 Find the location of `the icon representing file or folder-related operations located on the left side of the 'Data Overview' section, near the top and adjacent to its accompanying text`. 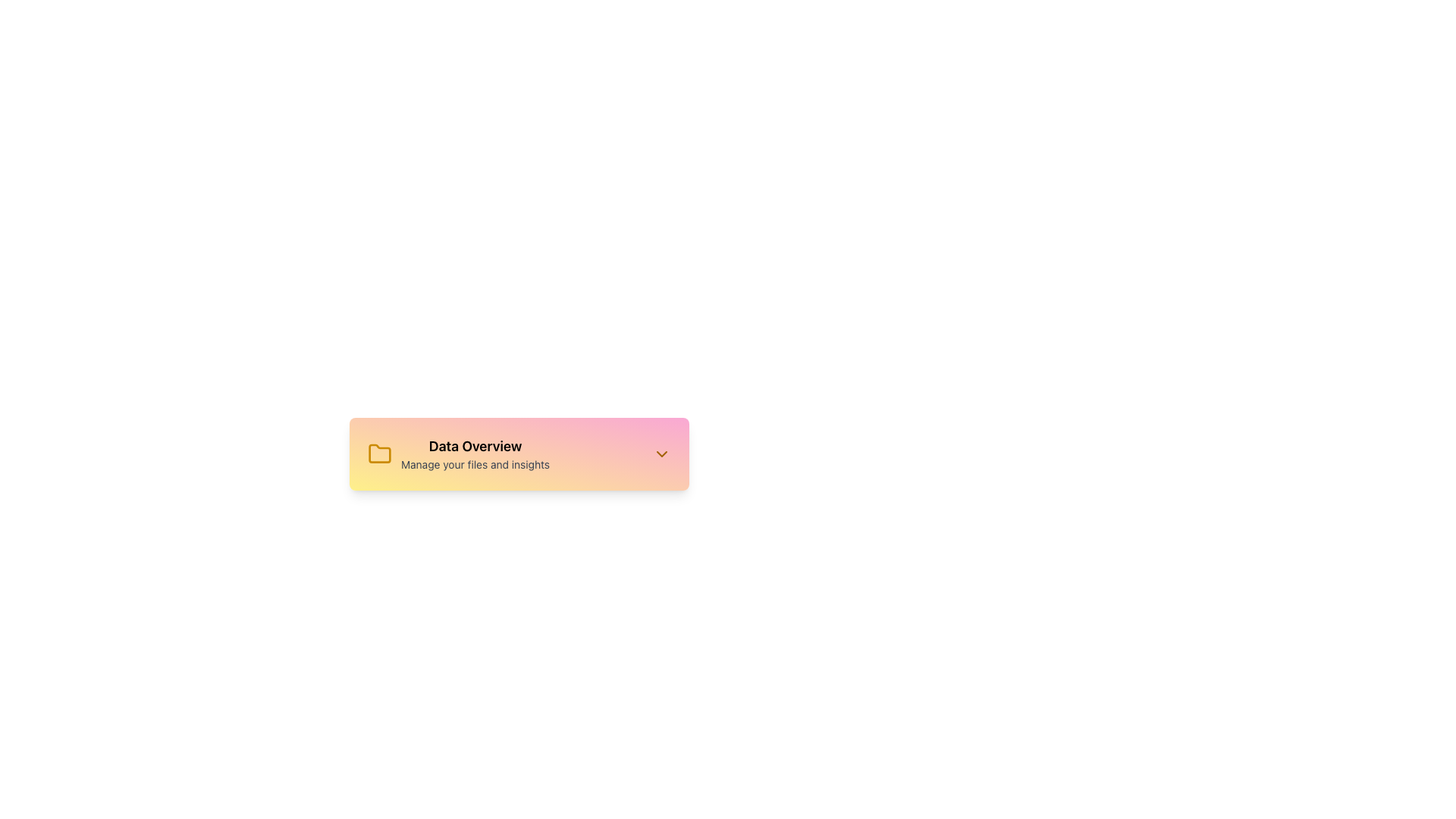

the icon representing file or folder-related operations located on the left side of the 'Data Overview' section, near the top and adjacent to its accompanying text is located at coordinates (379, 453).